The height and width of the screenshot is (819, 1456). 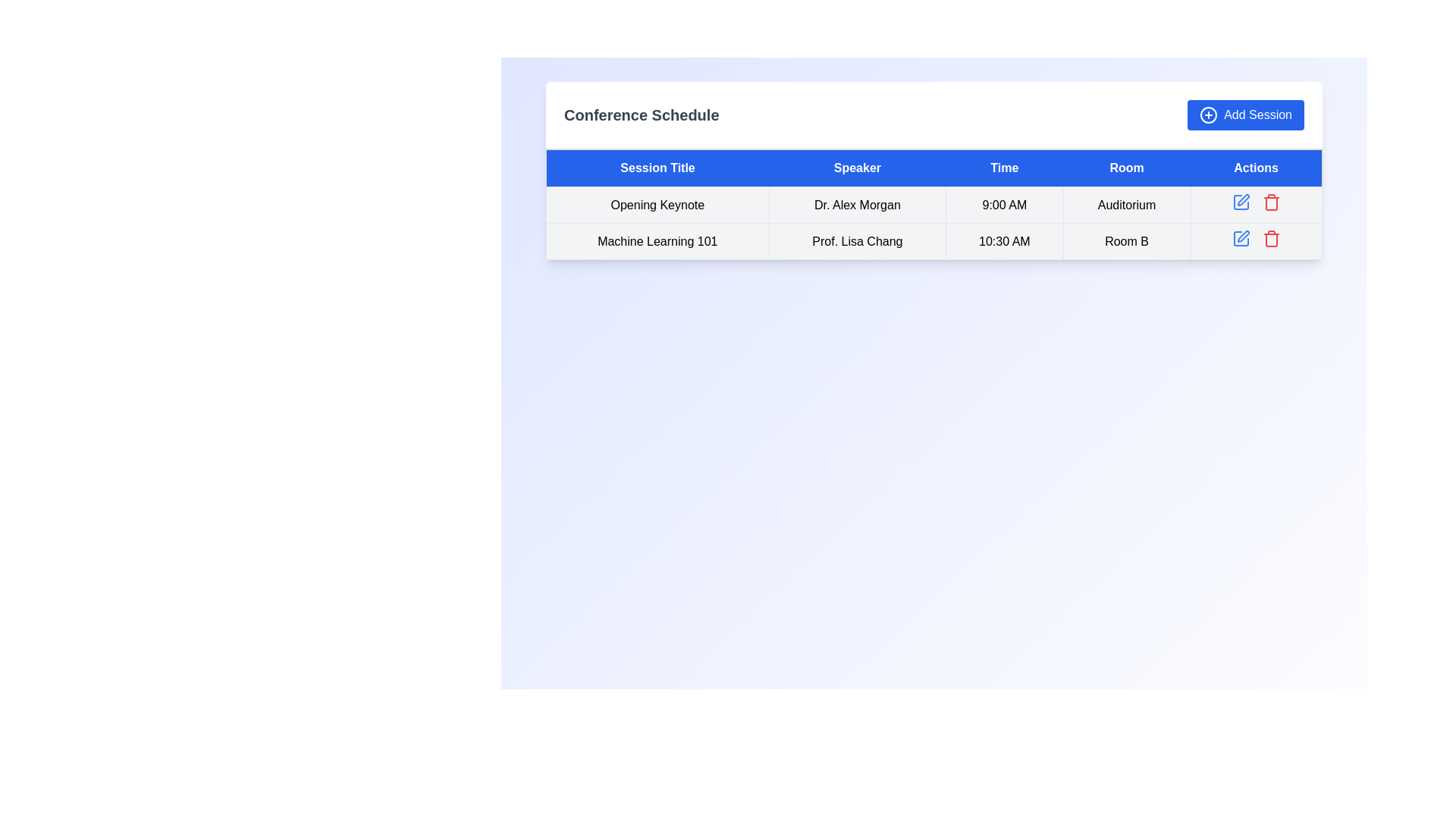 I want to click on the Action button group containing the blue edit pencil and red trash can icons in the Actions column of the second row for the 'Machine Learning 101' session, so click(x=1256, y=240).